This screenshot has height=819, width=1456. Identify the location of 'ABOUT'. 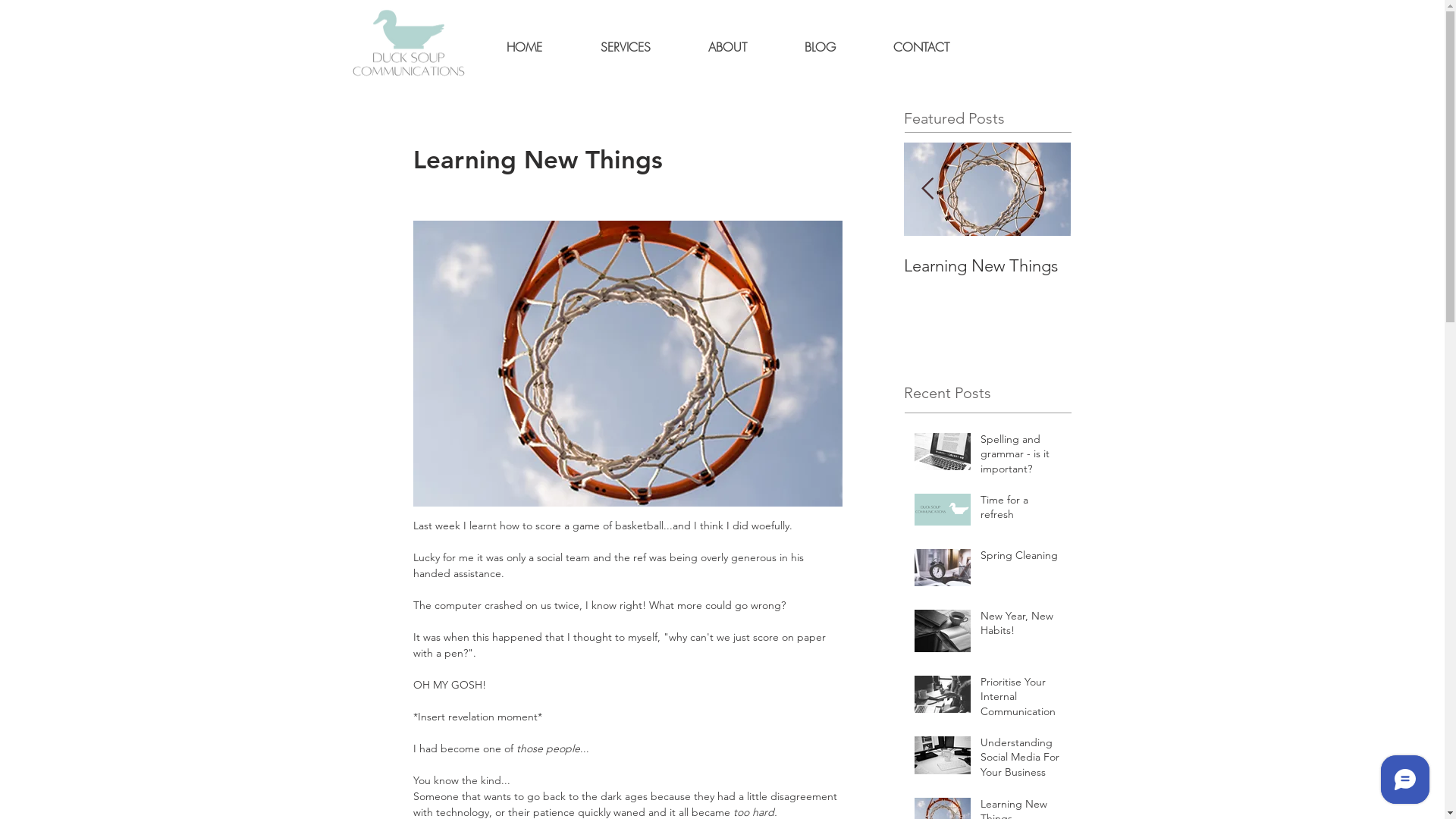
(726, 46).